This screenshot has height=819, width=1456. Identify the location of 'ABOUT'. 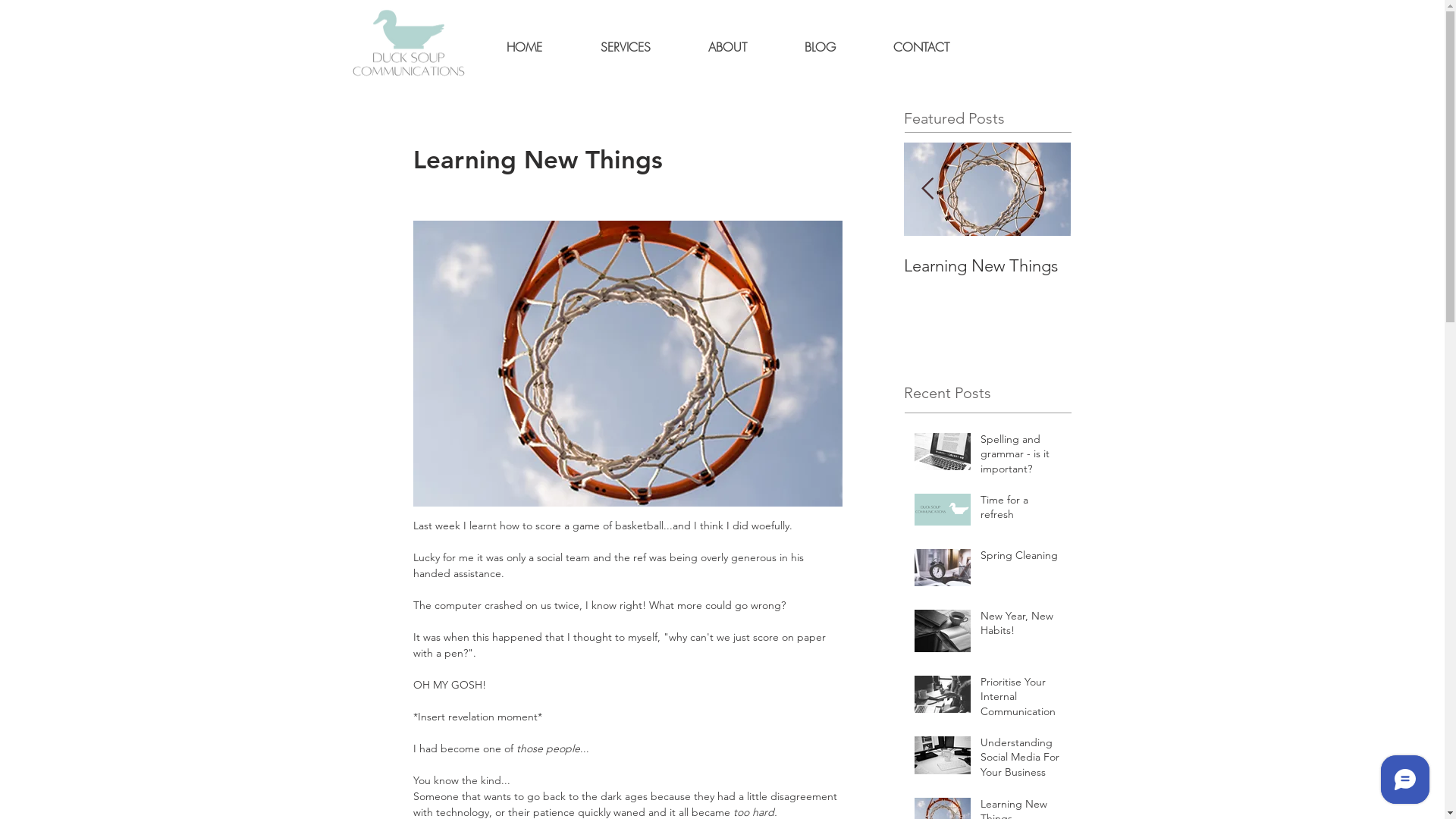
(726, 46).